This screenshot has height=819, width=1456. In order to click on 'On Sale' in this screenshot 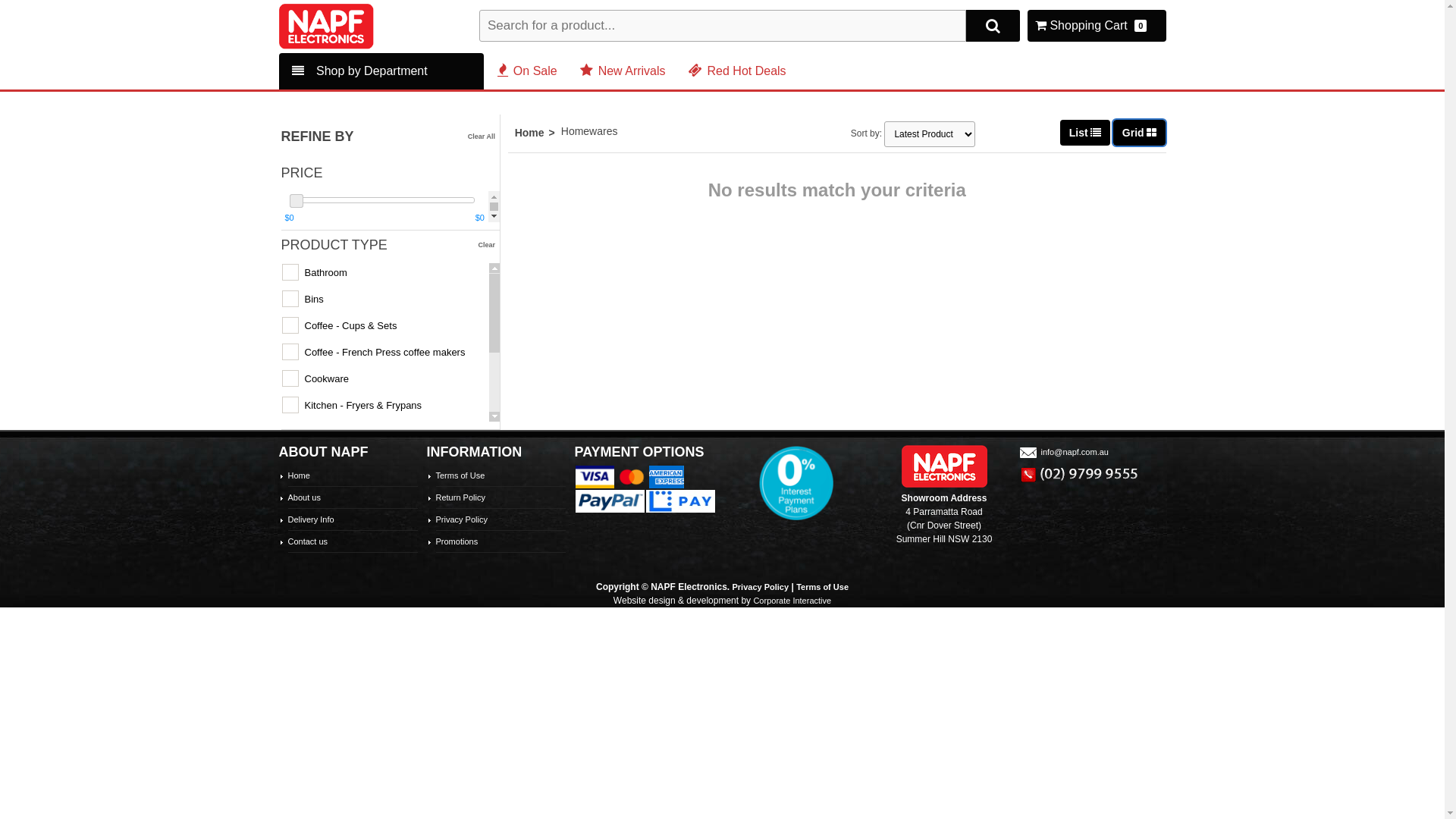, I will do `click(527, 71)`.